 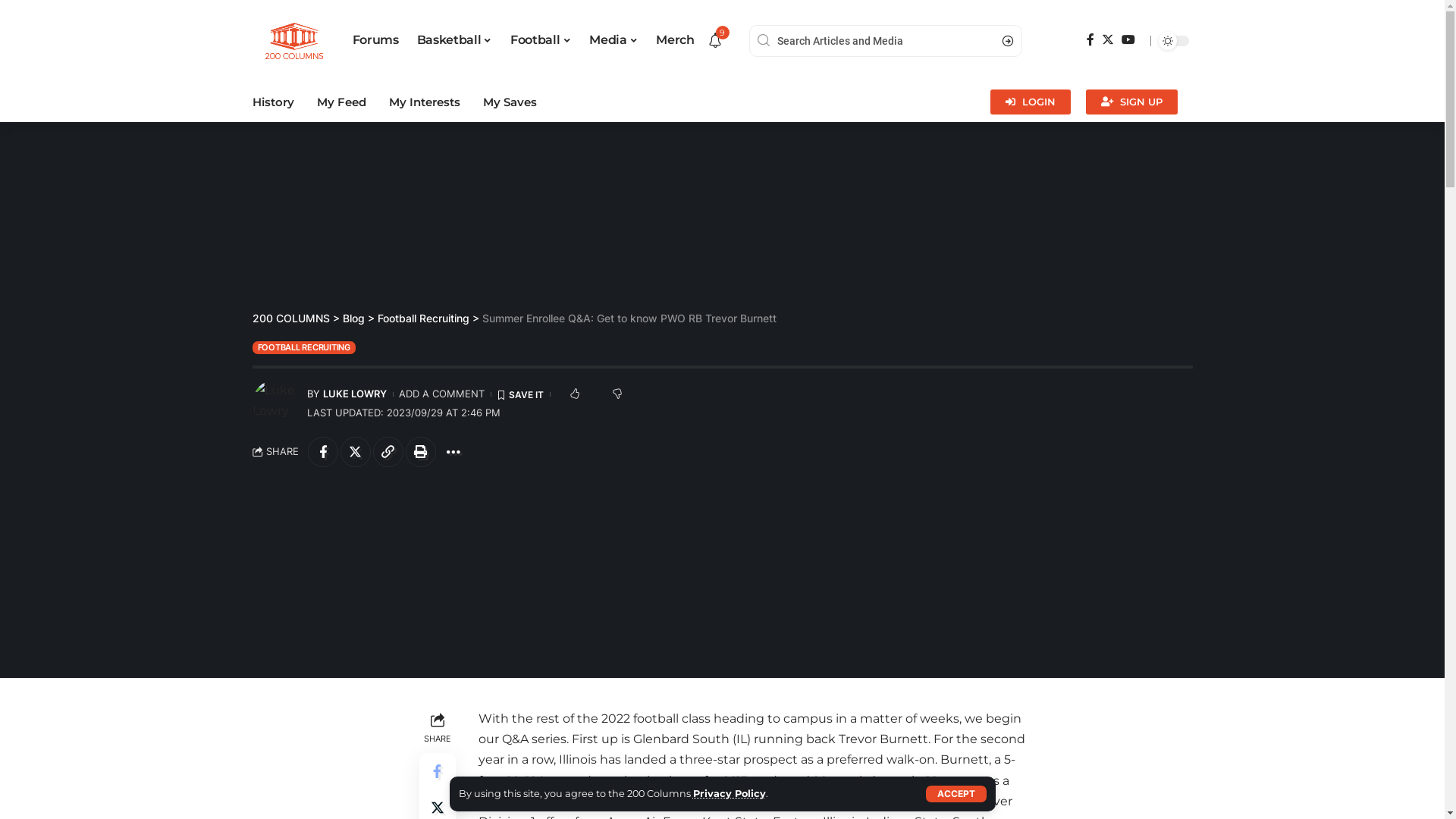 What do you see at coordinates (990, 102) in the screenshot?
I see `'LOGIN'` at bounding box center [990, 102].